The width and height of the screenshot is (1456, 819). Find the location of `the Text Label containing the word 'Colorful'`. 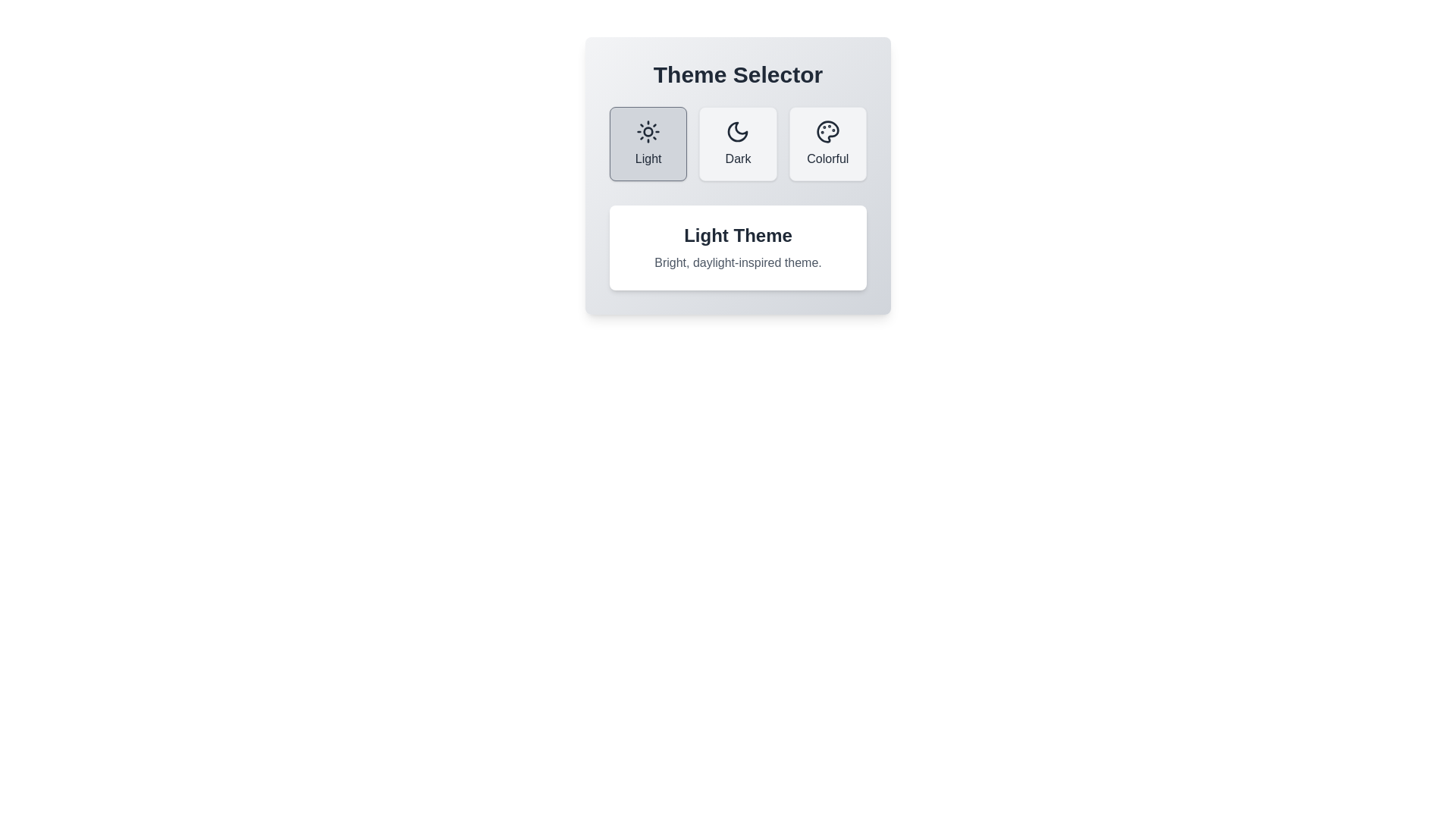

the Text Label containing the word 'Colorful' is located at coordinates (827, 158).